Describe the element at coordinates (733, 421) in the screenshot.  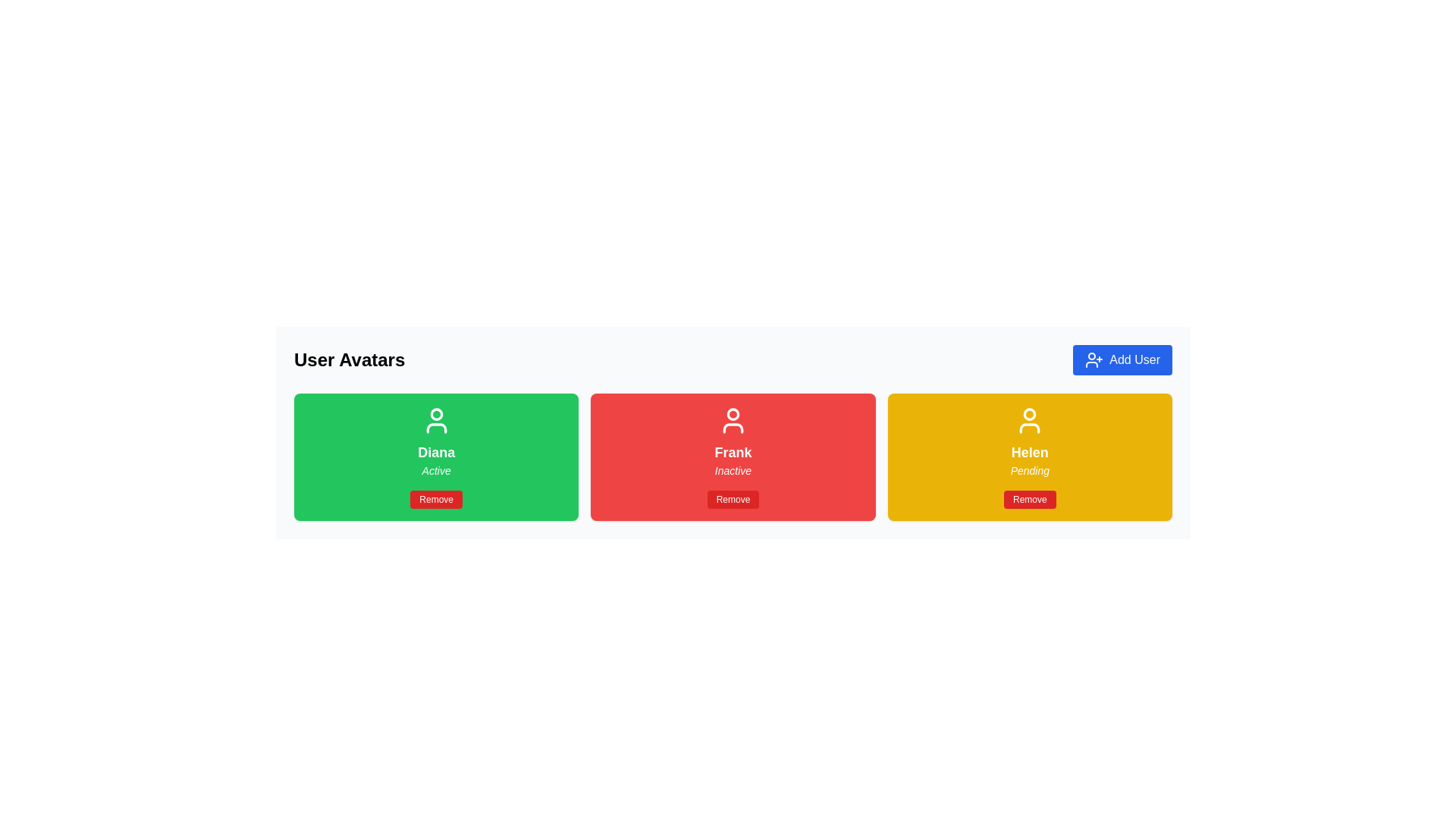
I see `the user icon with a red background and white outlines, positioned above the name 'Frank' in the red rectangular card labeled 'Frank Inactive'` at that location.